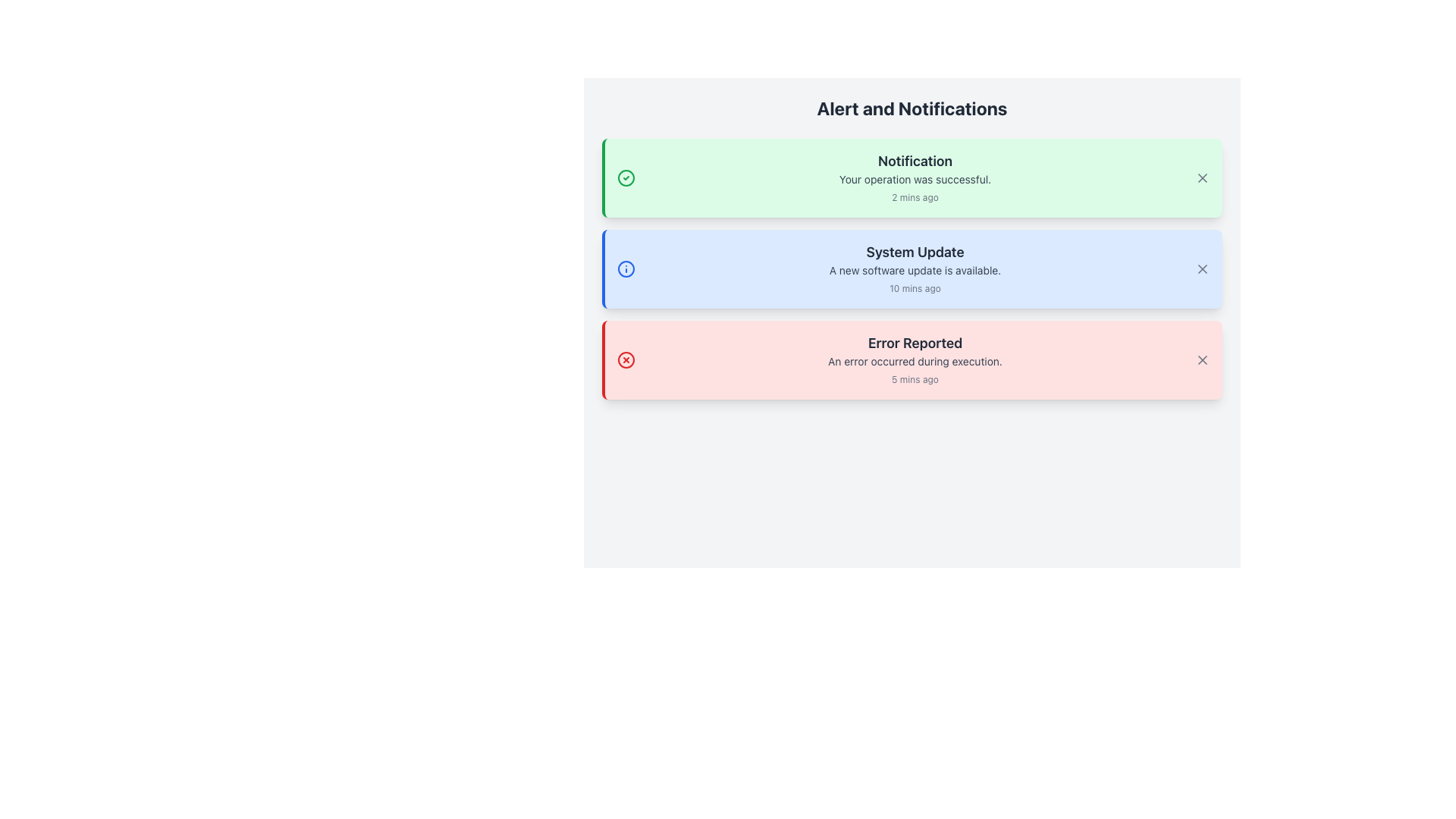 This screenshot has width=1456, height=819. What do you see at coordinates (914, 268) in the screenshot?
I see `notification message displayed in the central message box of the notification panel, which indicates 'A new software update is available.'` at bounding box center [914, 268].